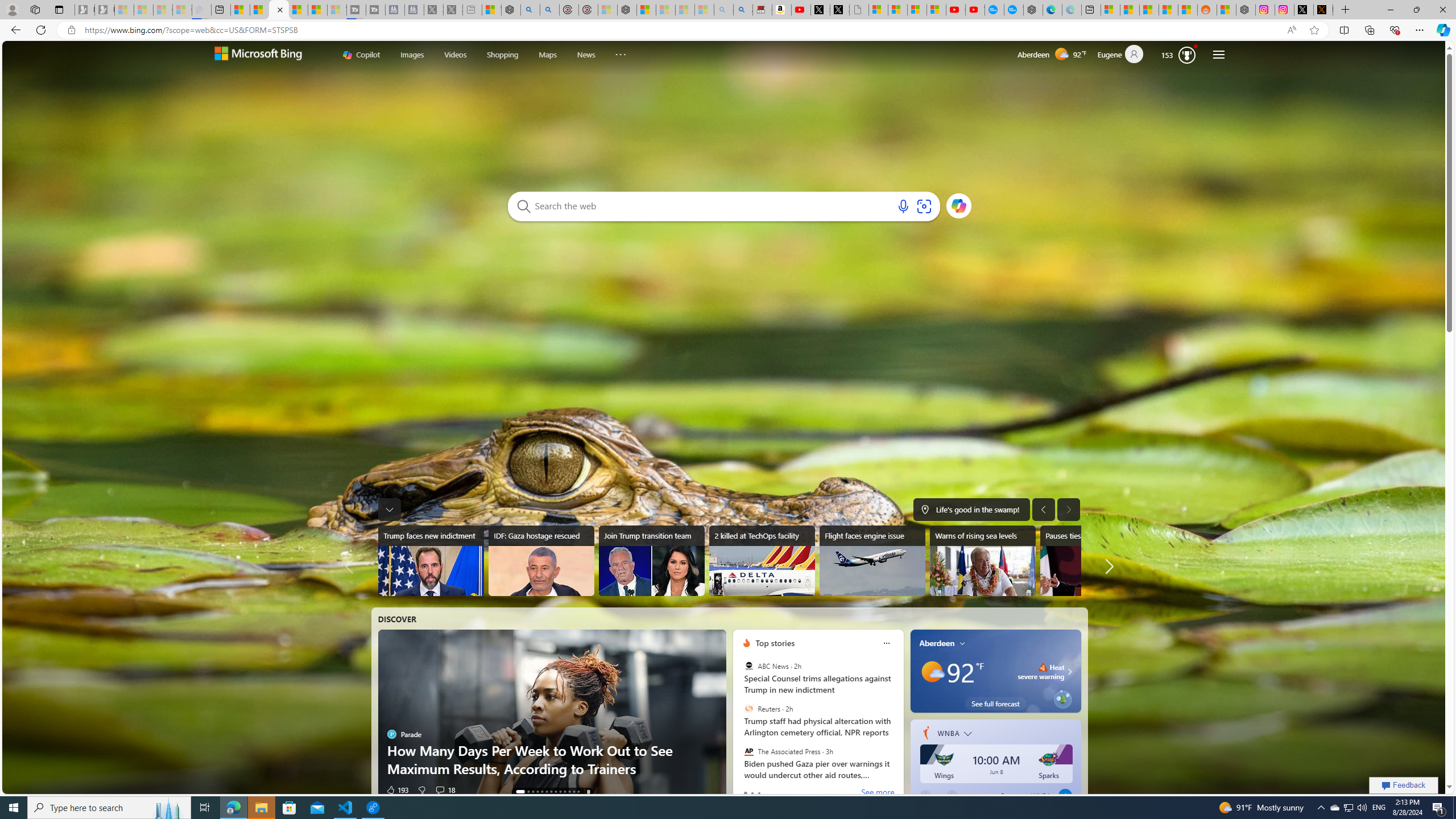  I want to click on 'Aberdeen', so click(936, 643).